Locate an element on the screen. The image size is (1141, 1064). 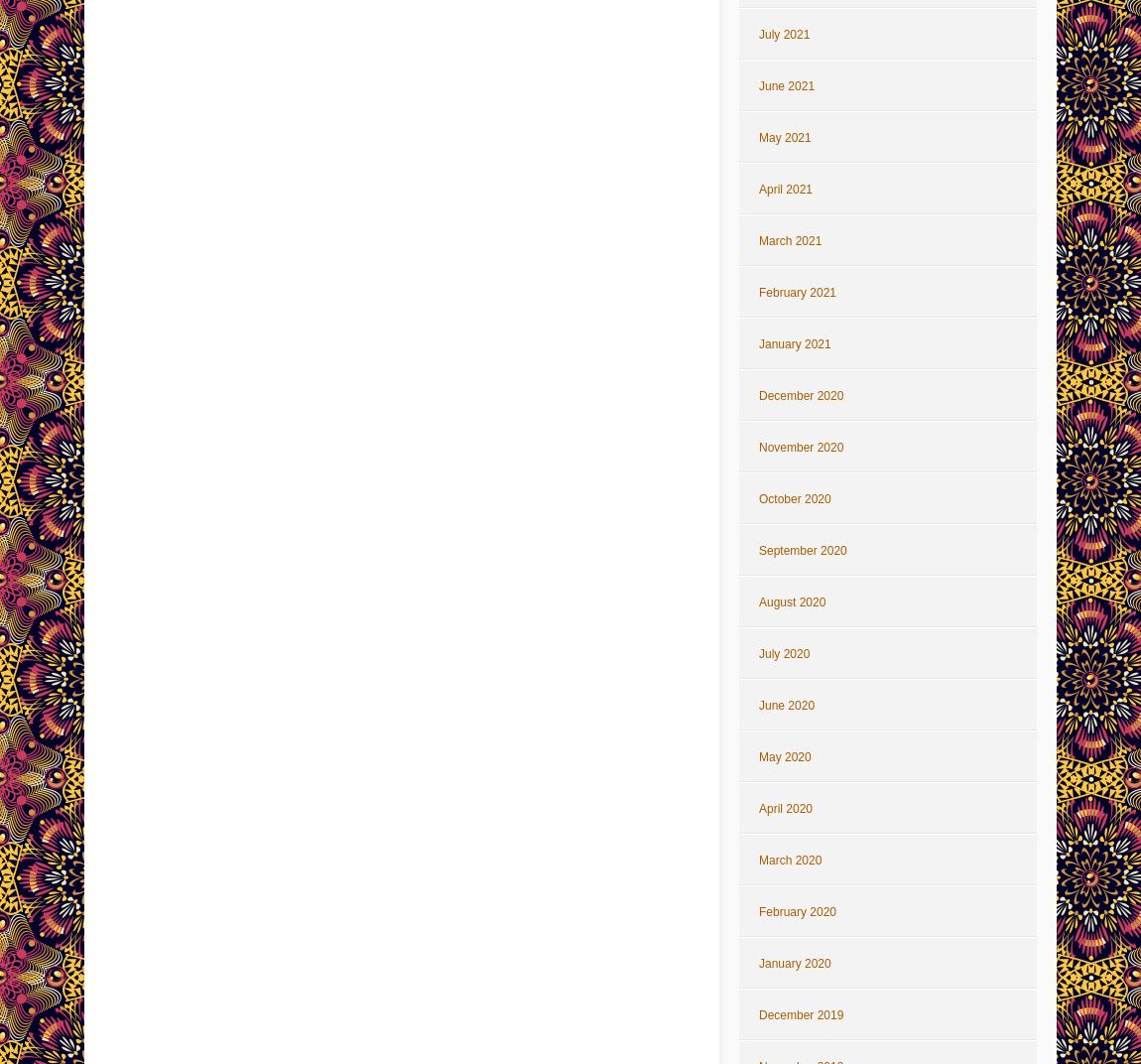
'May 2021' is located at coordinates (783, 137).